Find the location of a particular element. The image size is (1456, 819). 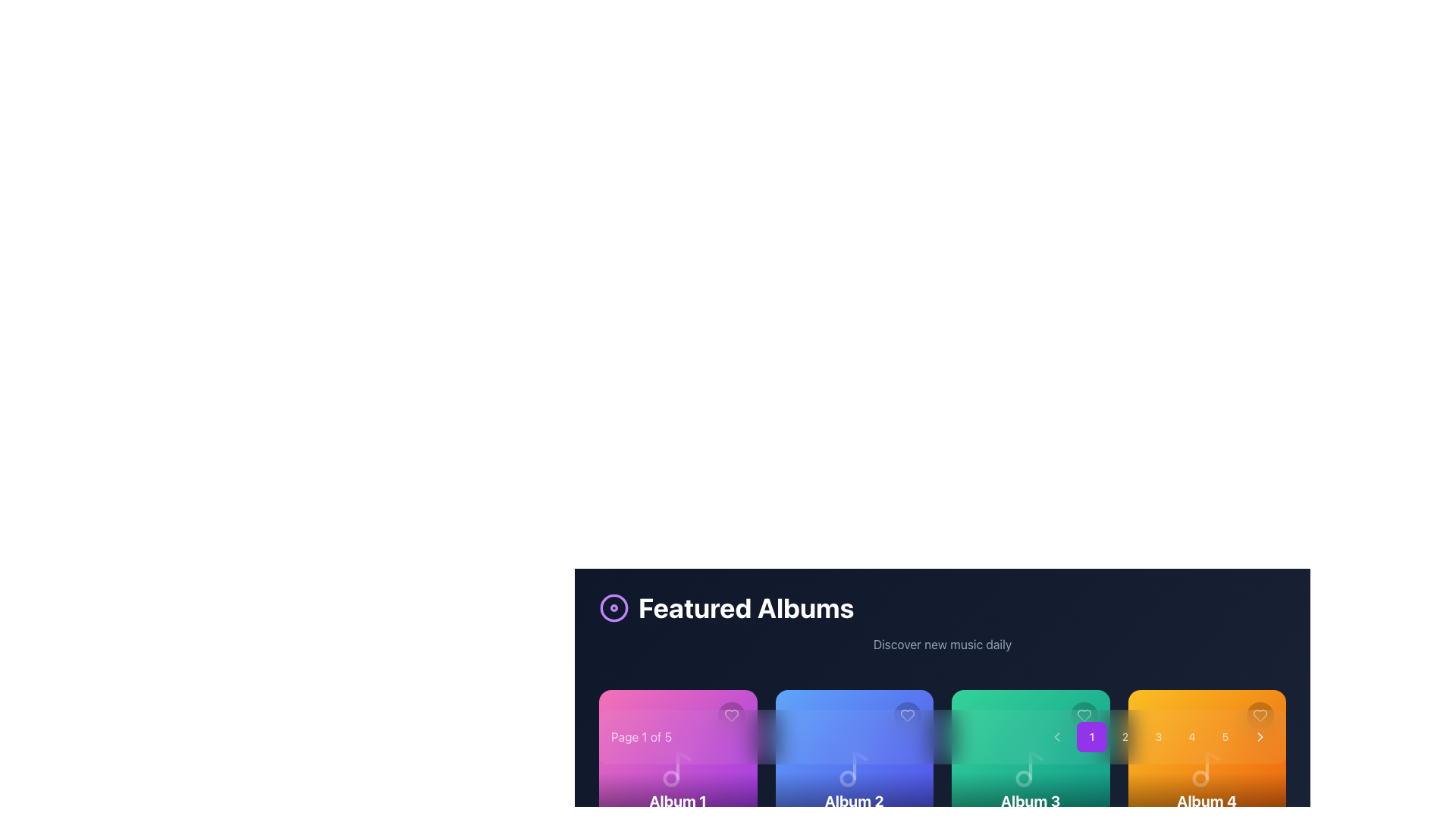

the 'Album 1' text label, which is a bold and large font label located below a vivid gradient-colored card in the carousel interface is located at coordinates (677, 800).